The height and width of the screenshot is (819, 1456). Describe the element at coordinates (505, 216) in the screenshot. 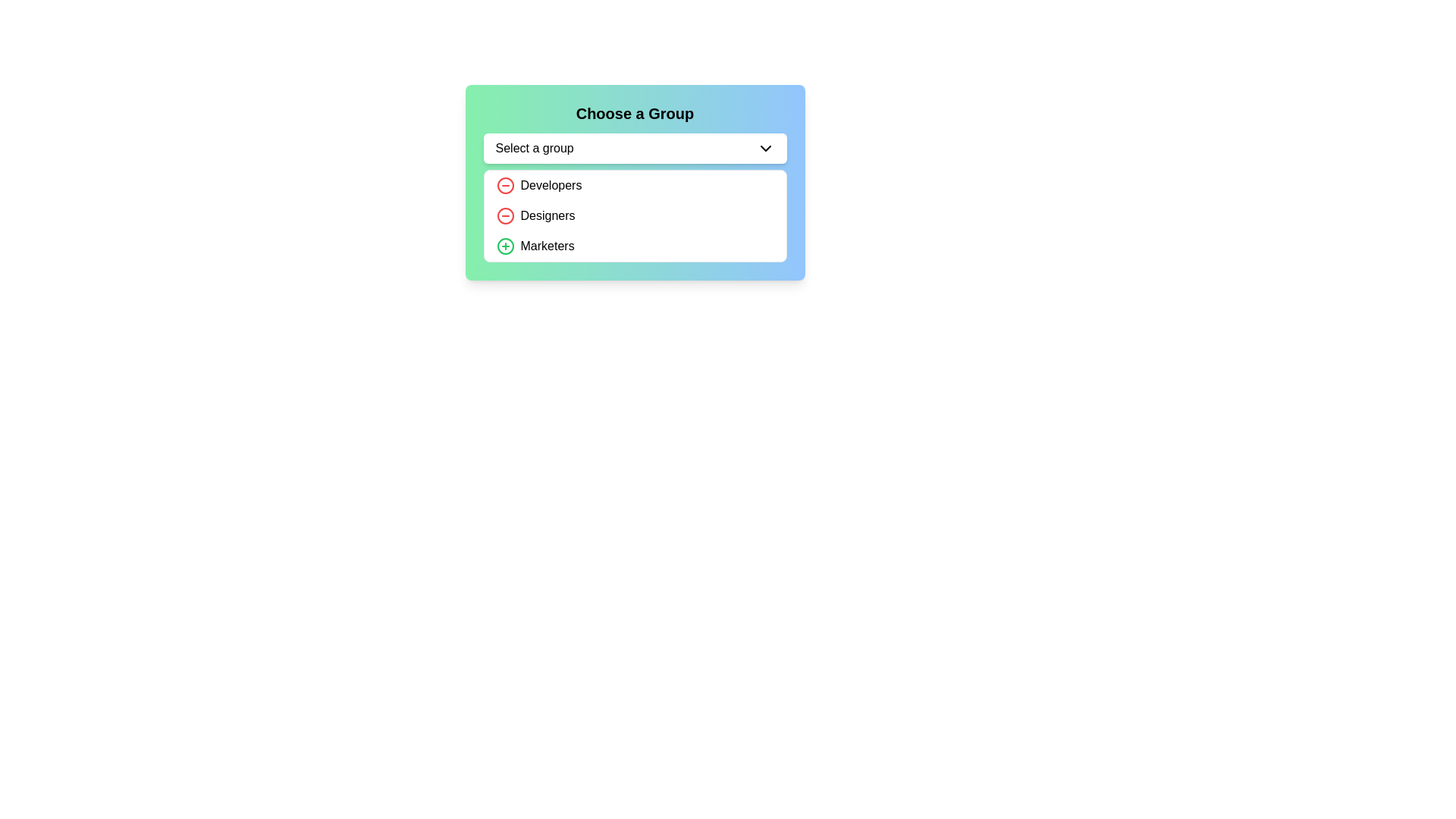

I see `the red circular minus icon located before the text 'Designers' in the drop-down menu titled 'Choose a Group'` at that location.